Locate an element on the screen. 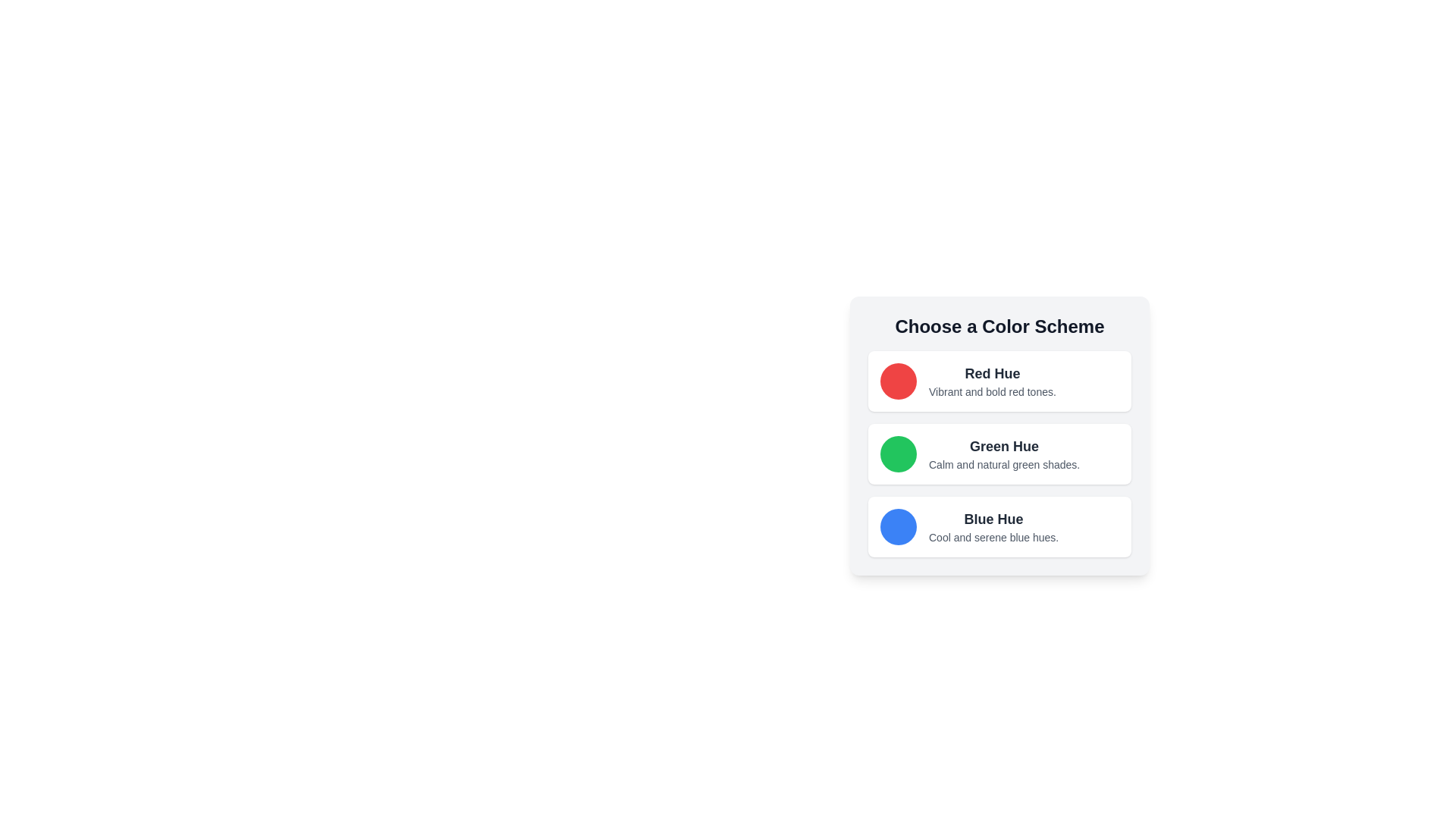 The image size is (1456, 819). the text label displaying 'Calm and natural green shades.' which is styled in light gray and positioned below the bold 'Green Hue' label is located at coordinates (1004, 464).